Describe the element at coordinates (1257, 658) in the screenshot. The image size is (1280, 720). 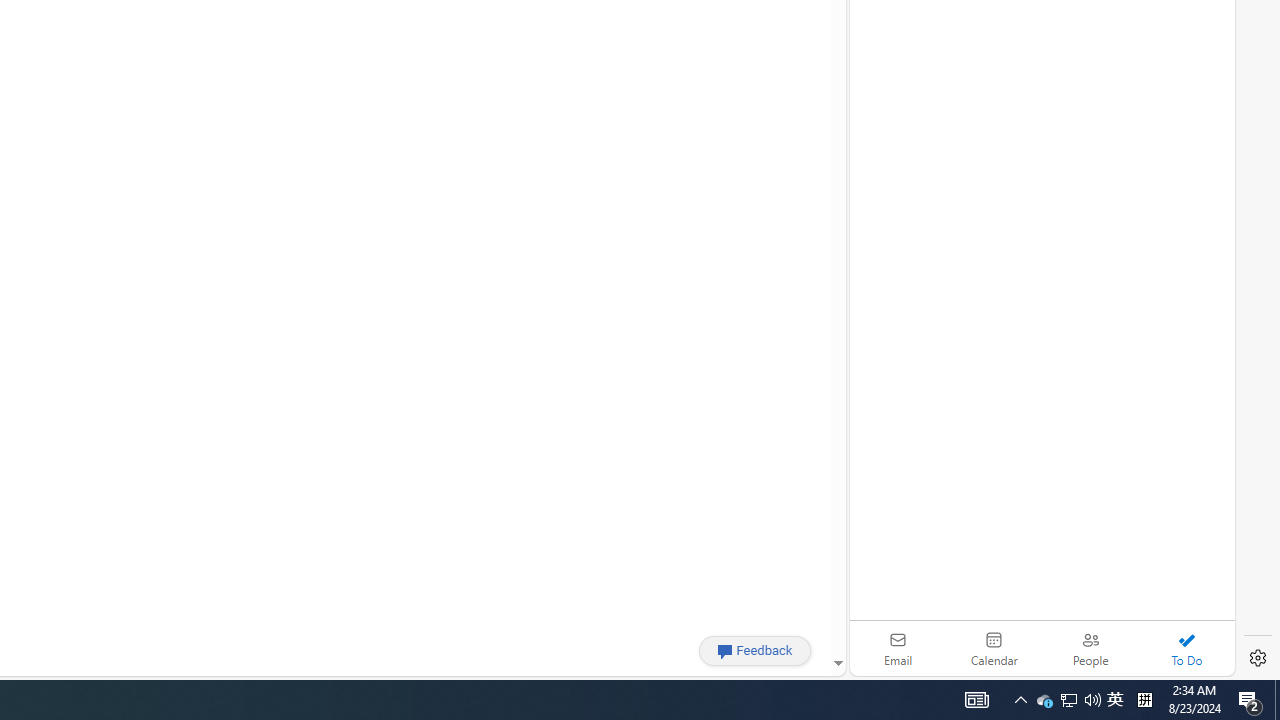
I see `'Settings'` at that location.